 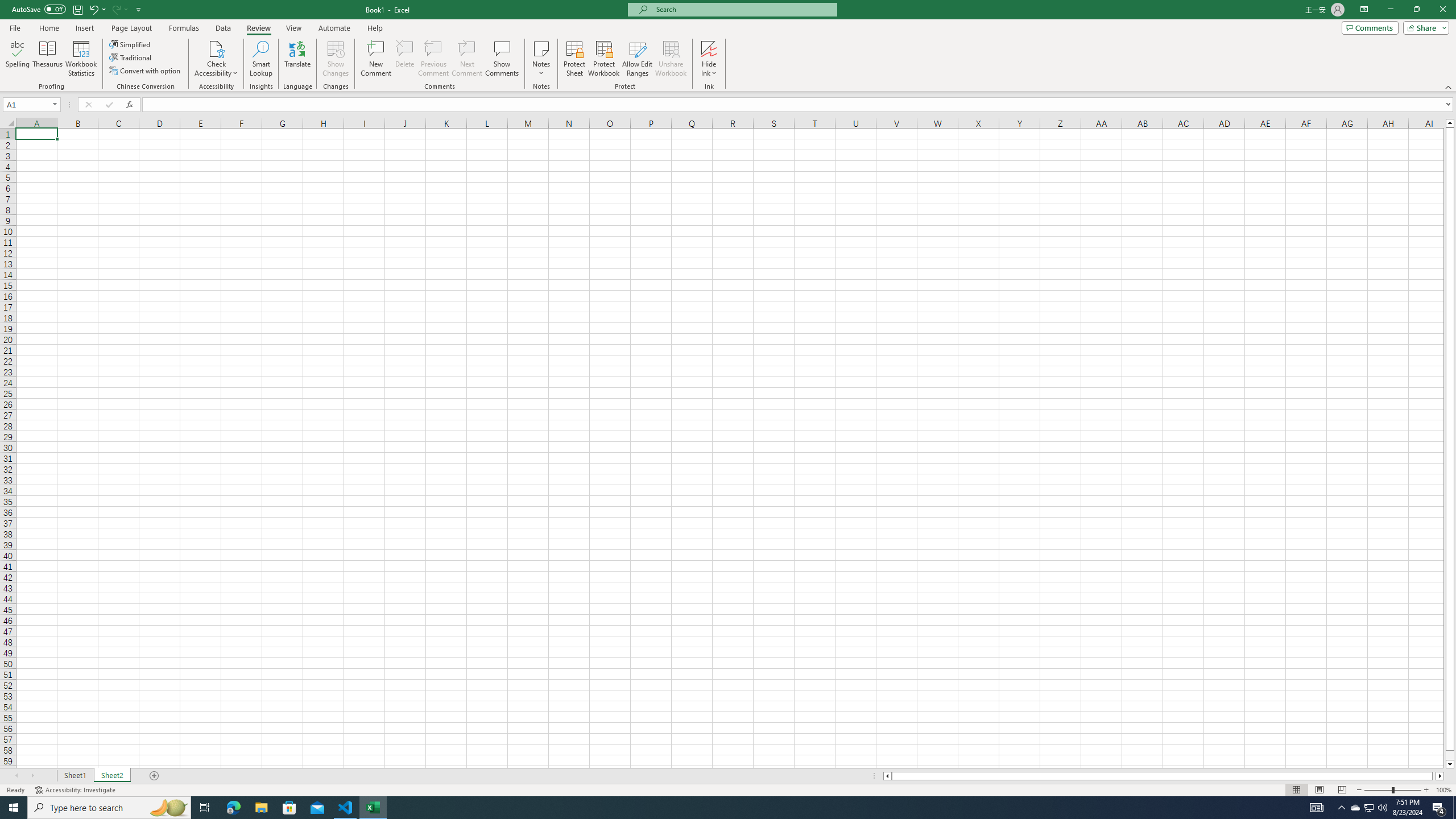 What do you see at coordinates (541, 59) in the screenshot?
I see `'Notes'` at bounding box center [541, 59].